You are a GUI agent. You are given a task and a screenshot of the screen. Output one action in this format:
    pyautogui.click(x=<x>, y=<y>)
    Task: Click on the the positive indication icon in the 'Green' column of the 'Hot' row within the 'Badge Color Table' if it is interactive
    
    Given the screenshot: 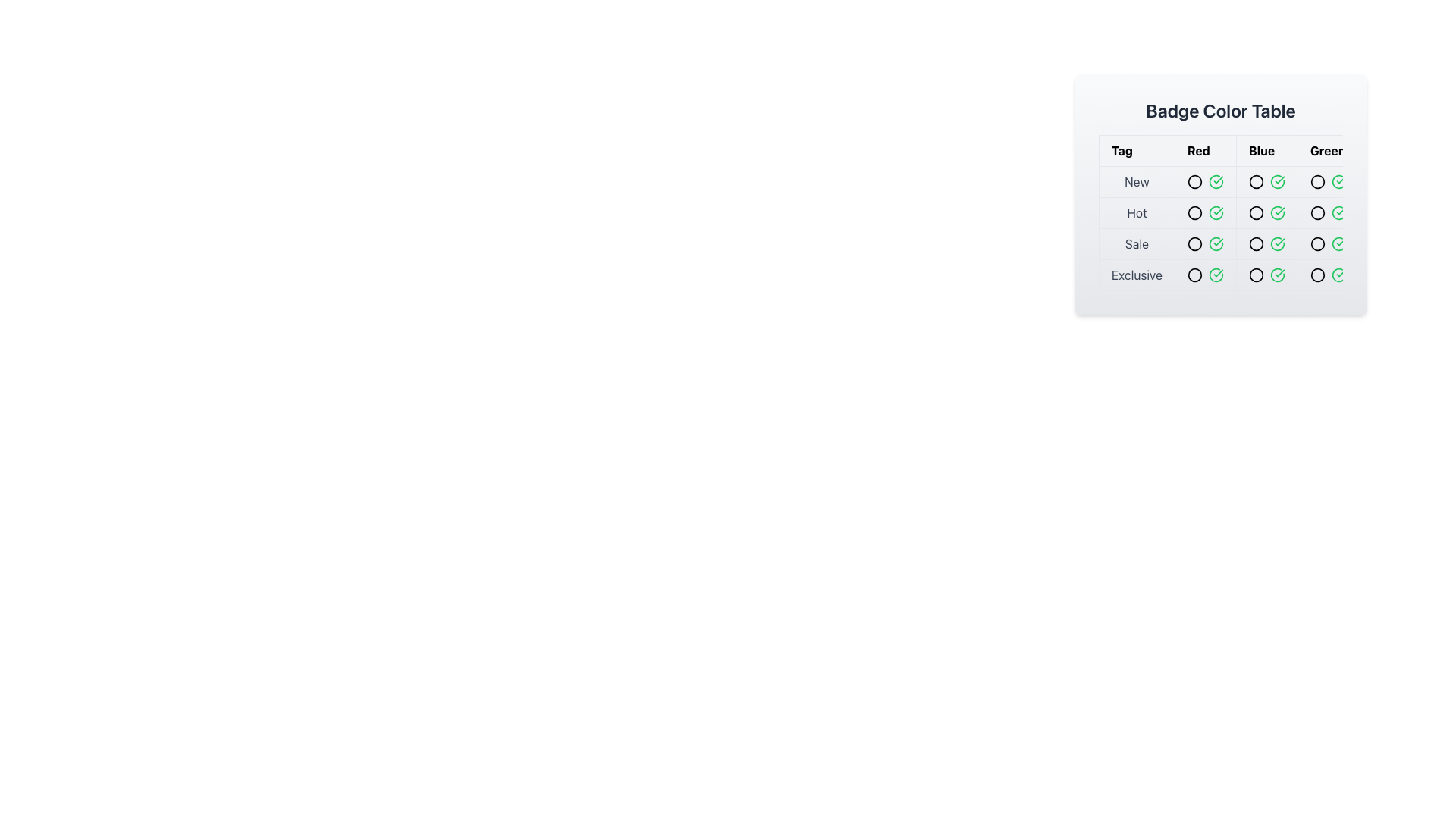 What is the action you would take?
    pyautogui.click(x=1276, y=242)
    